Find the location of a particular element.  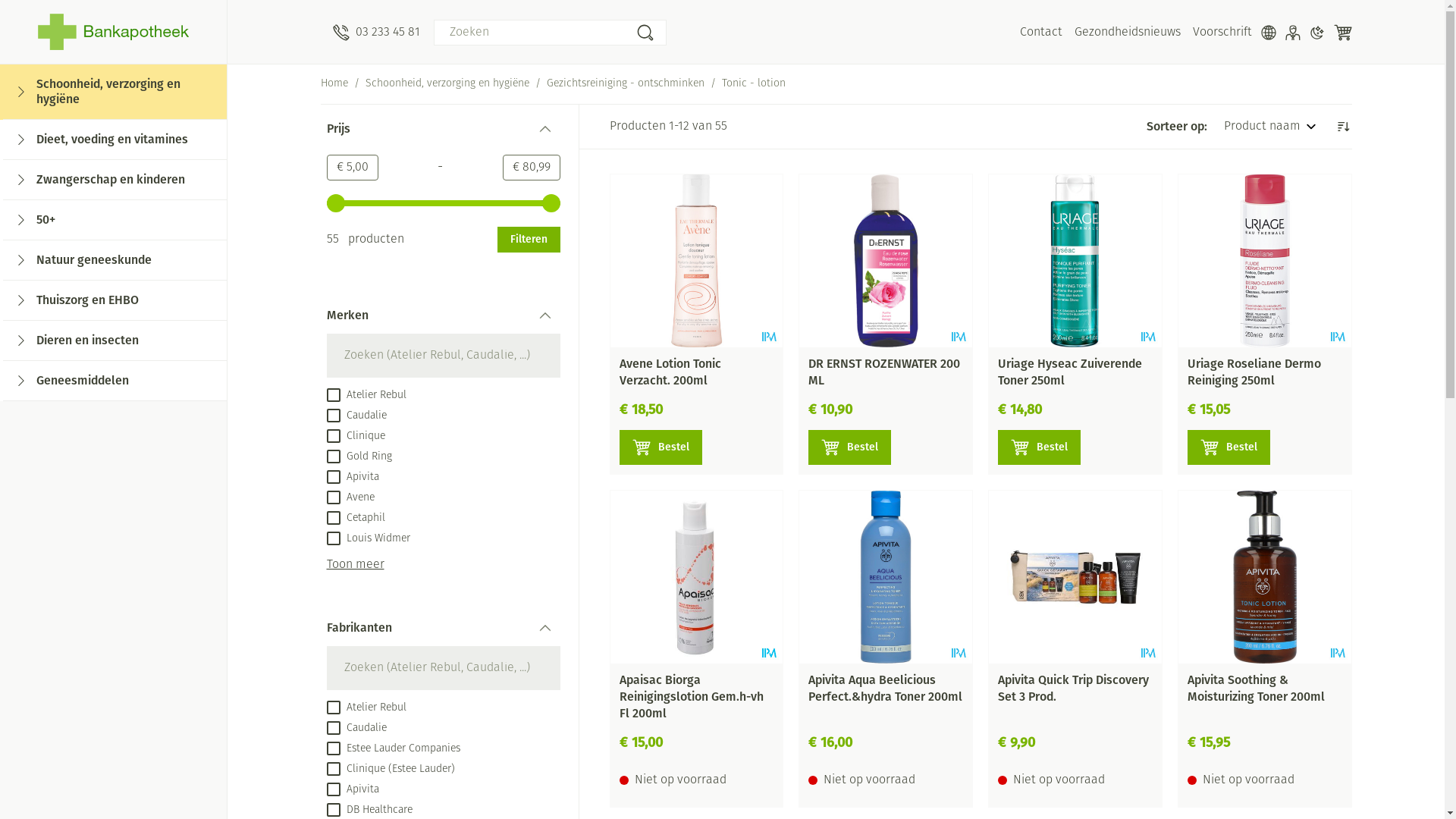

'Klant menu' is located at coordinates (1291, 32).